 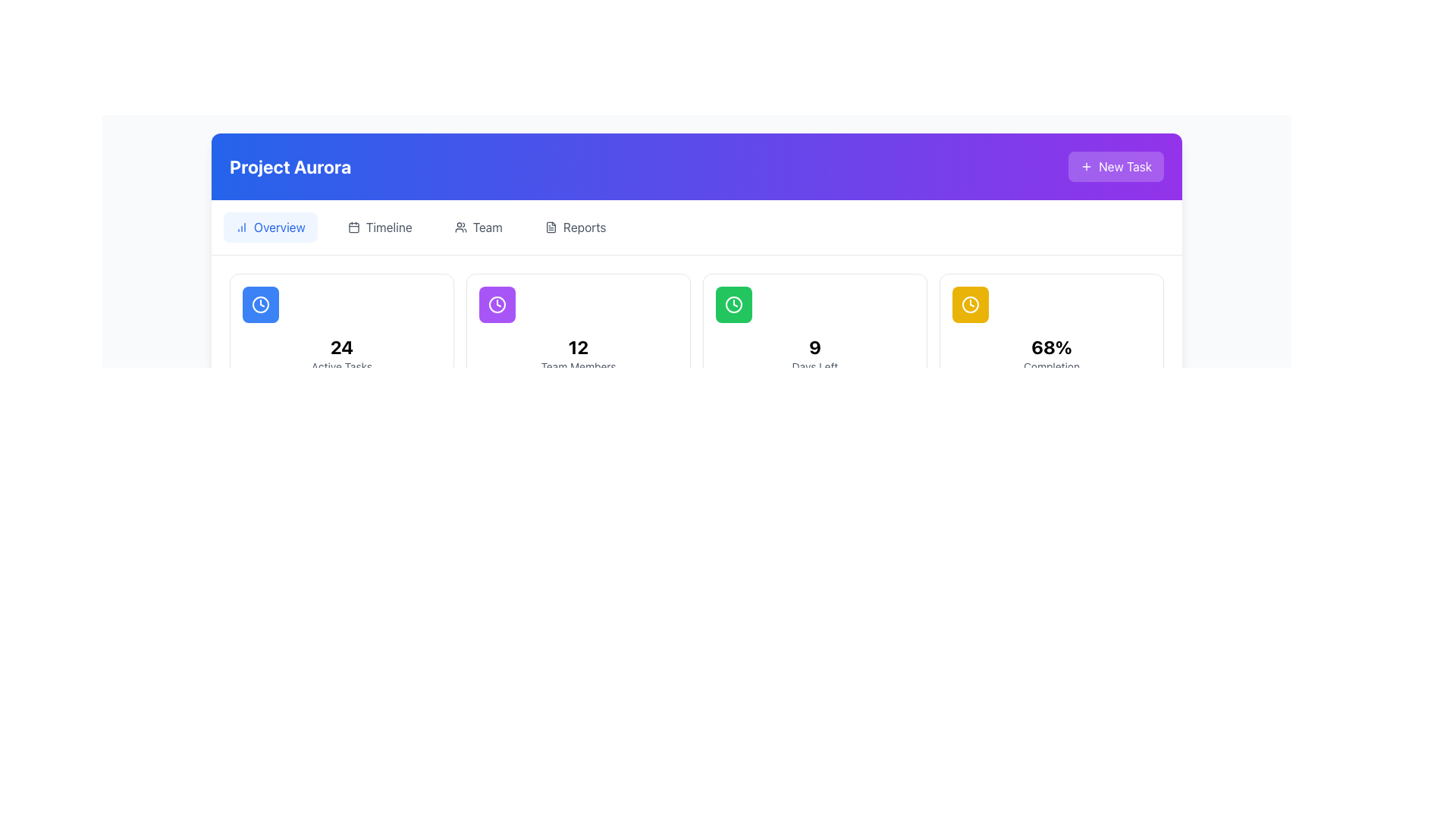 I want to click on the 'Overview' text label in blue font located in the upper-left navigation section, so click(x=279, y=227).